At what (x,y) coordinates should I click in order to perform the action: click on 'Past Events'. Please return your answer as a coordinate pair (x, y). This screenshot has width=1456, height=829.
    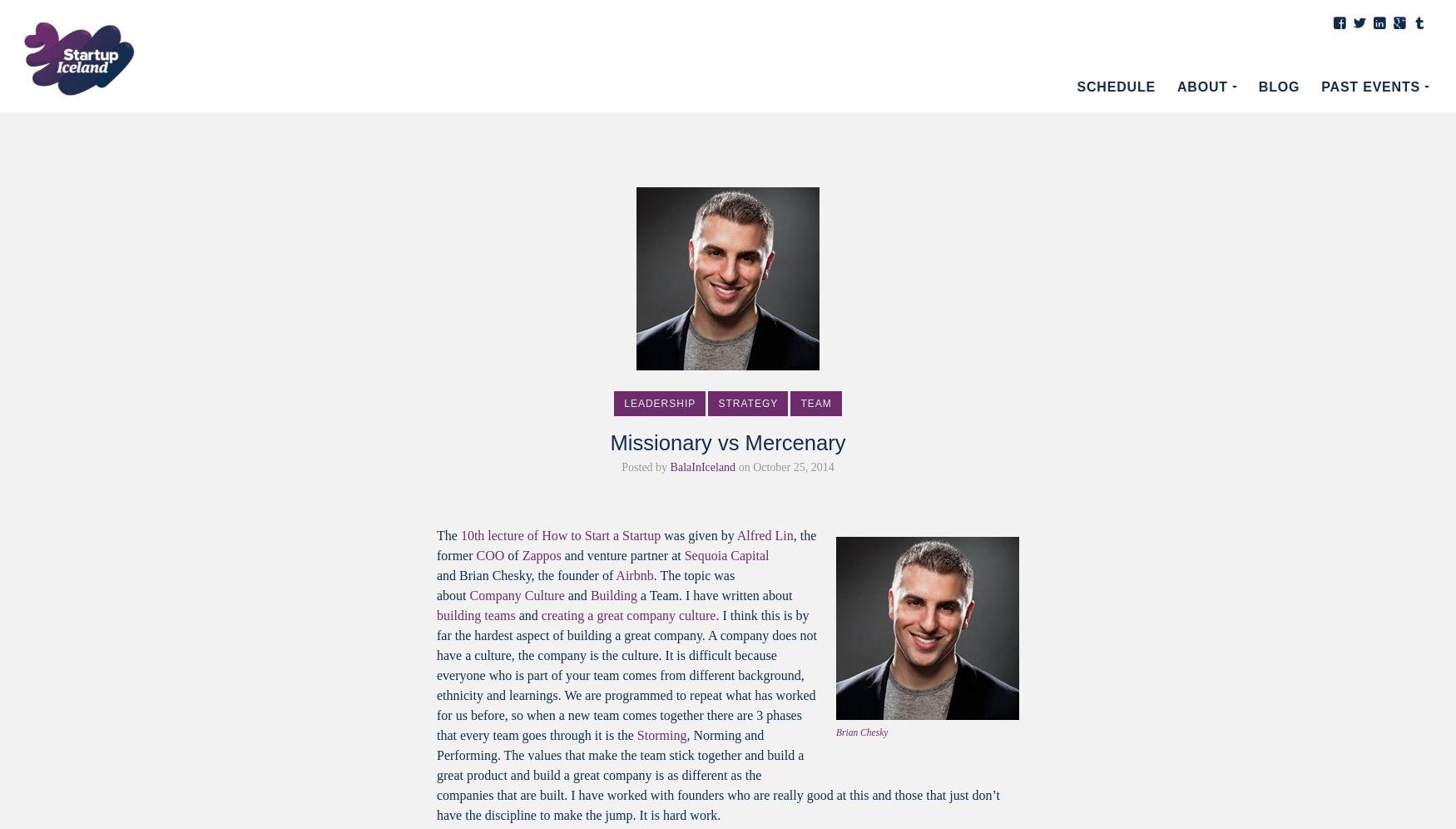
    Looking at the image, I should click on (1369, 87).